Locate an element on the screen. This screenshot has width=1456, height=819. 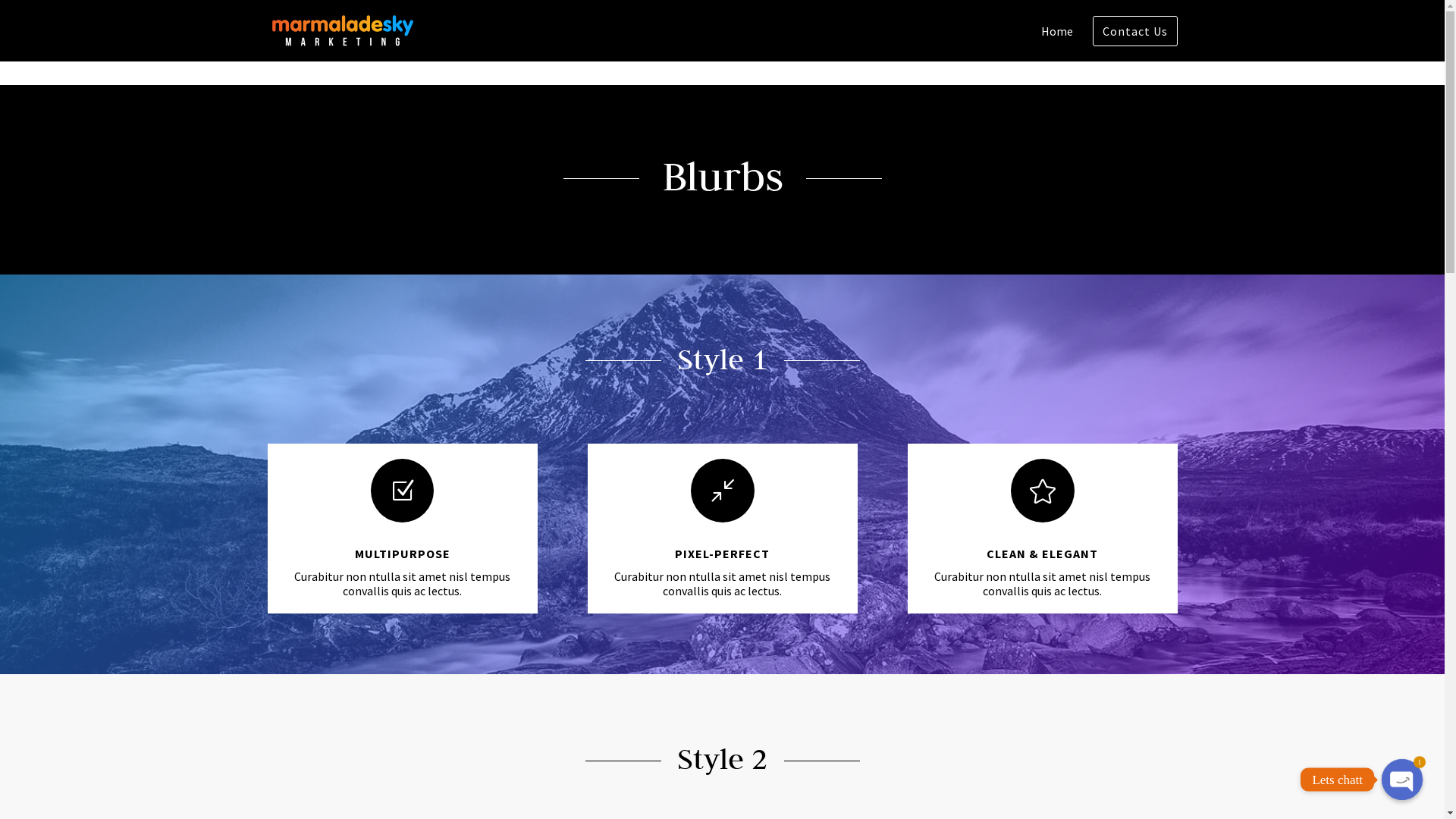
'Contact Us' is located at coordinates (340, 758).